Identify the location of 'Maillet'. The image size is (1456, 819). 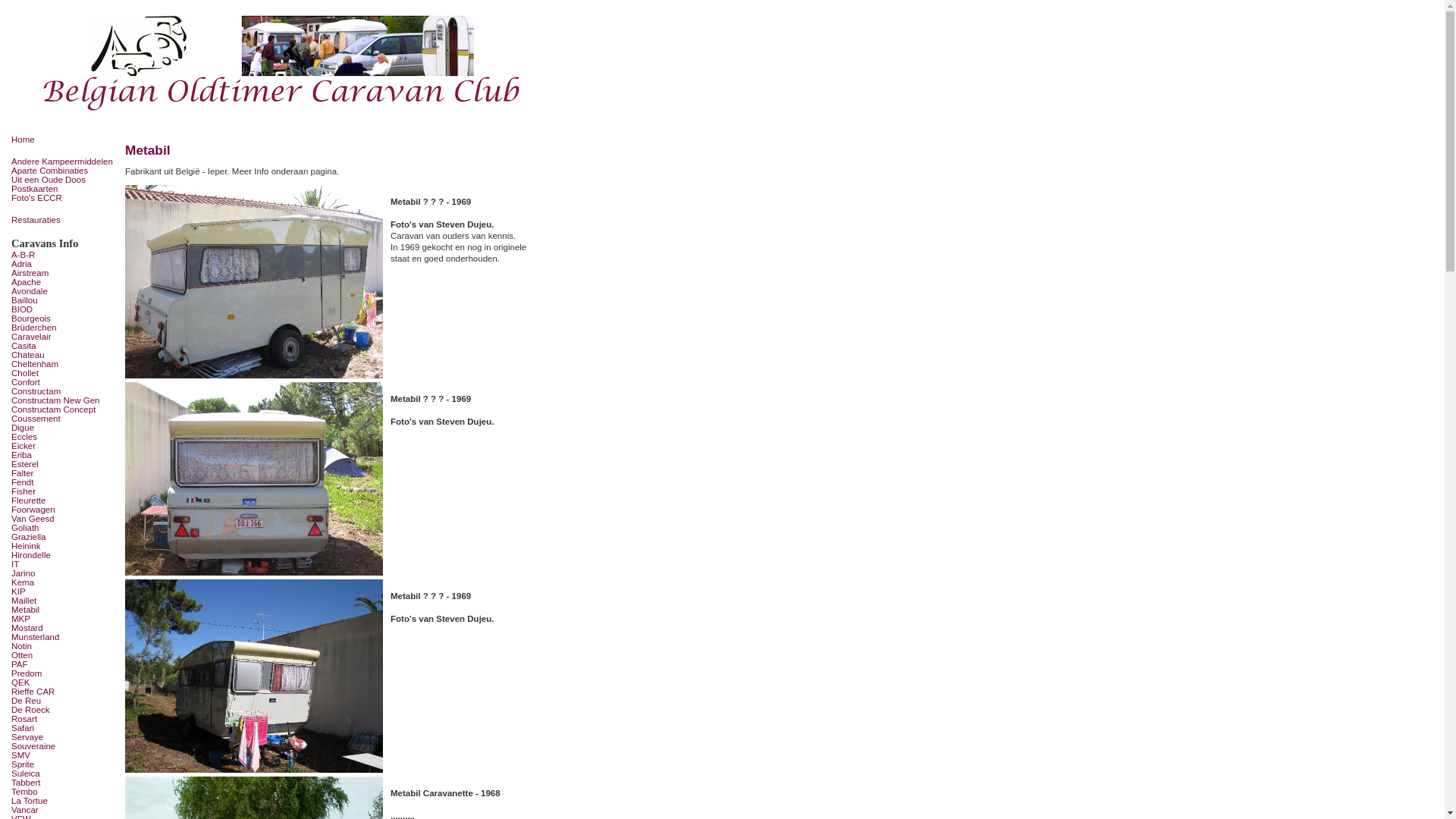
(64, 599).